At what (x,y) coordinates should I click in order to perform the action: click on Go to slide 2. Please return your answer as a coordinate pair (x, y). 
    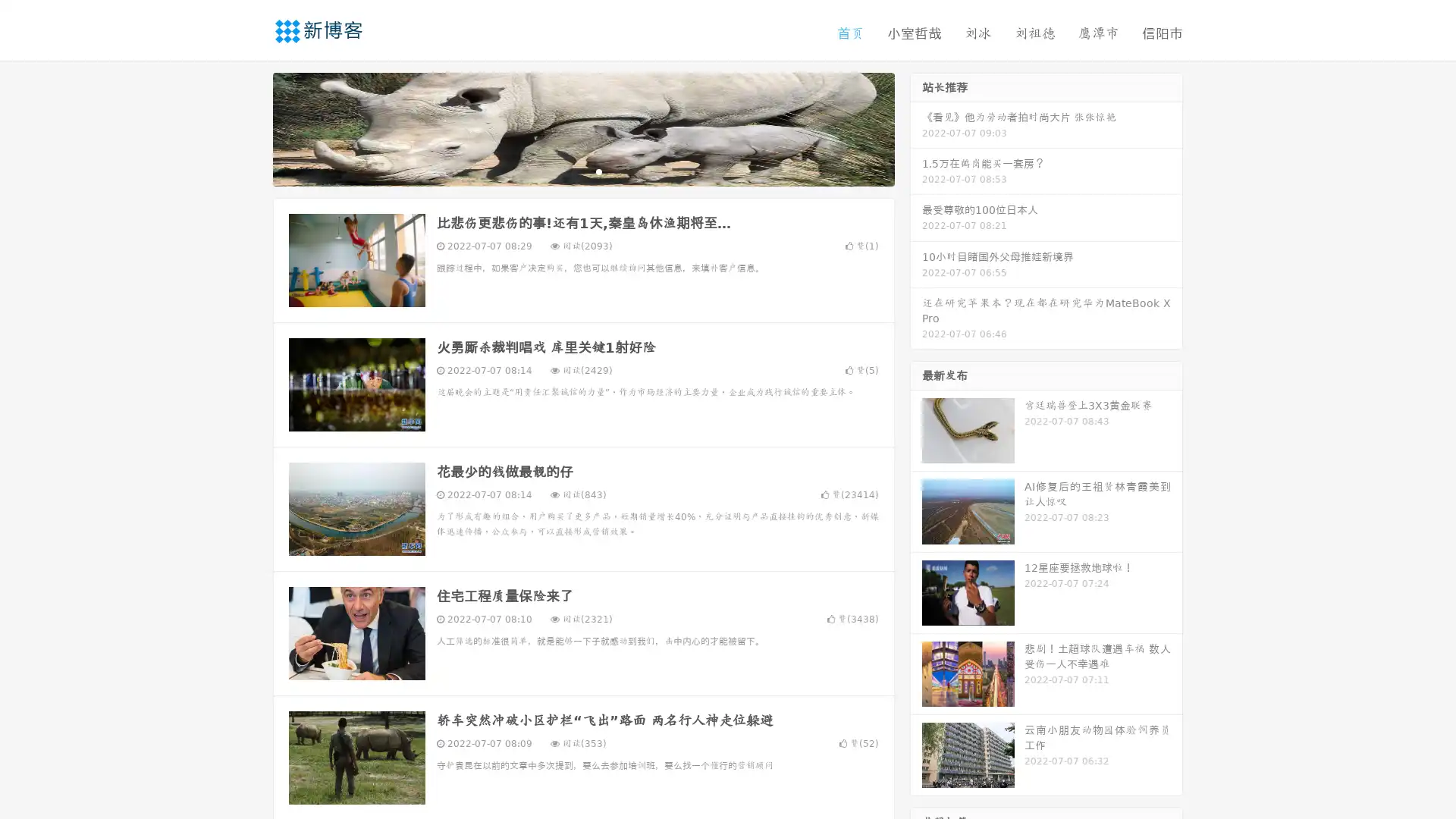
    Looking at the image, I should click on (582, 171).